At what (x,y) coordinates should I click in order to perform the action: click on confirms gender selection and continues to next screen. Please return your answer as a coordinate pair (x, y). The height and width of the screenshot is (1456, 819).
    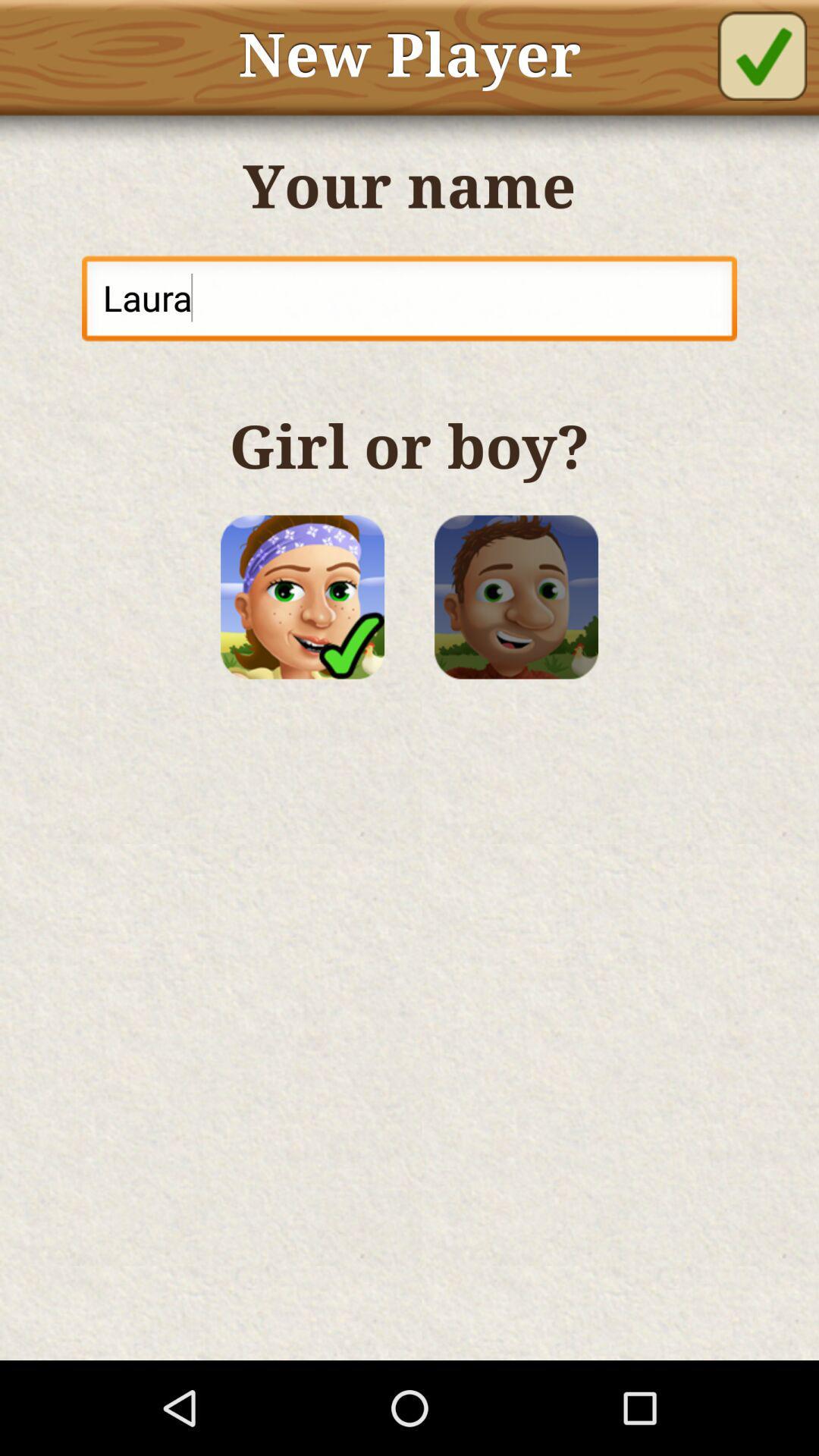
    Looking at the image, I should click on (762, 55).